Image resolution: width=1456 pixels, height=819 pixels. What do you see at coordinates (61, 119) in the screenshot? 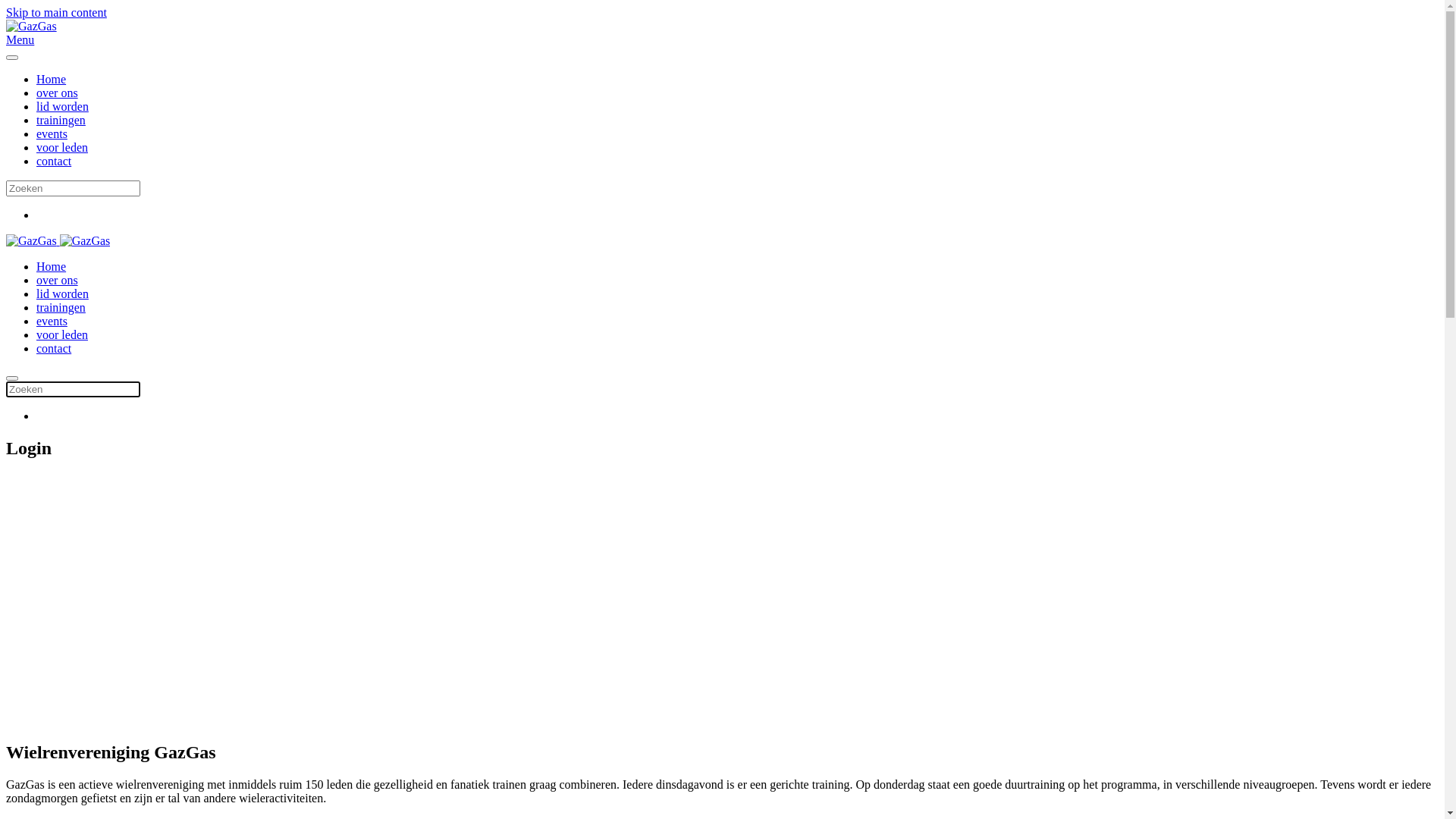
I see `'trainingen'` at bounding box center [61, 119].